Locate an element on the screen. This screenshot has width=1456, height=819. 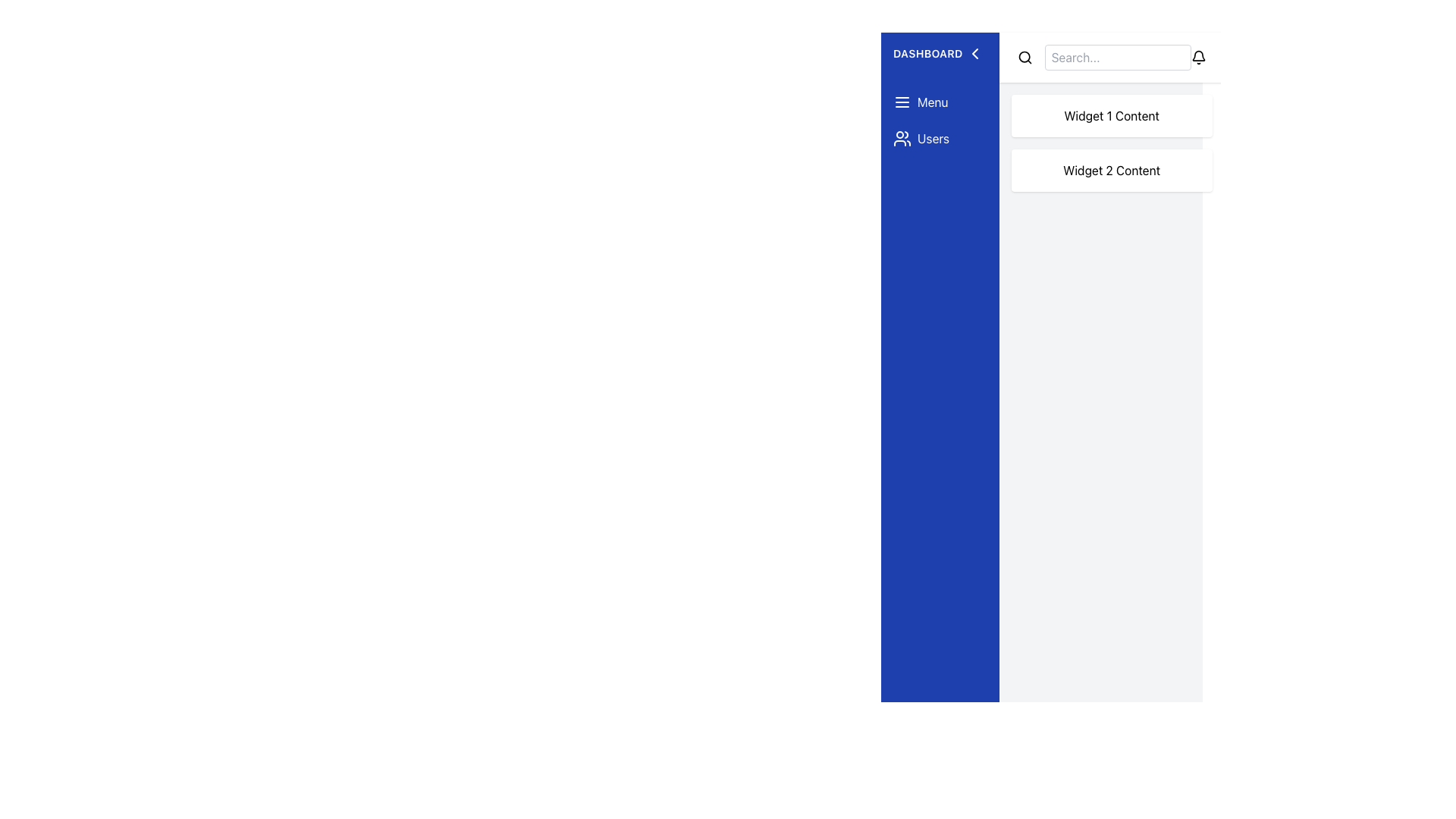
the 'Menu' text label element located in the horizontal navigation menu bar, displayed in white against a blue background is located at coordinates (932, 102).